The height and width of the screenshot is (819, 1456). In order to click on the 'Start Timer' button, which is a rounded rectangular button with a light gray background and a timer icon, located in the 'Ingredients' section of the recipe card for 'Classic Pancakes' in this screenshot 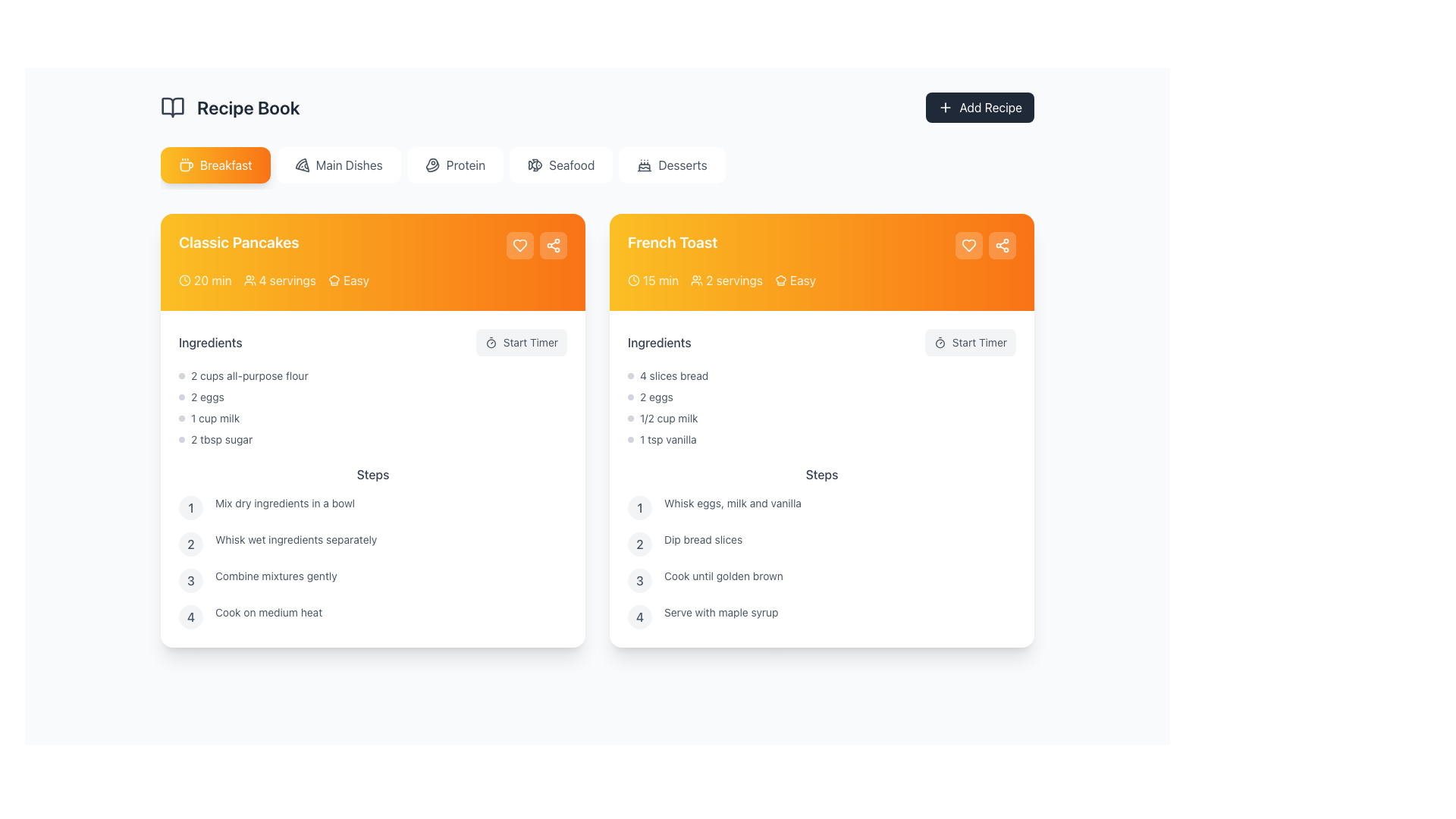, I will do `click(521, 342)`.